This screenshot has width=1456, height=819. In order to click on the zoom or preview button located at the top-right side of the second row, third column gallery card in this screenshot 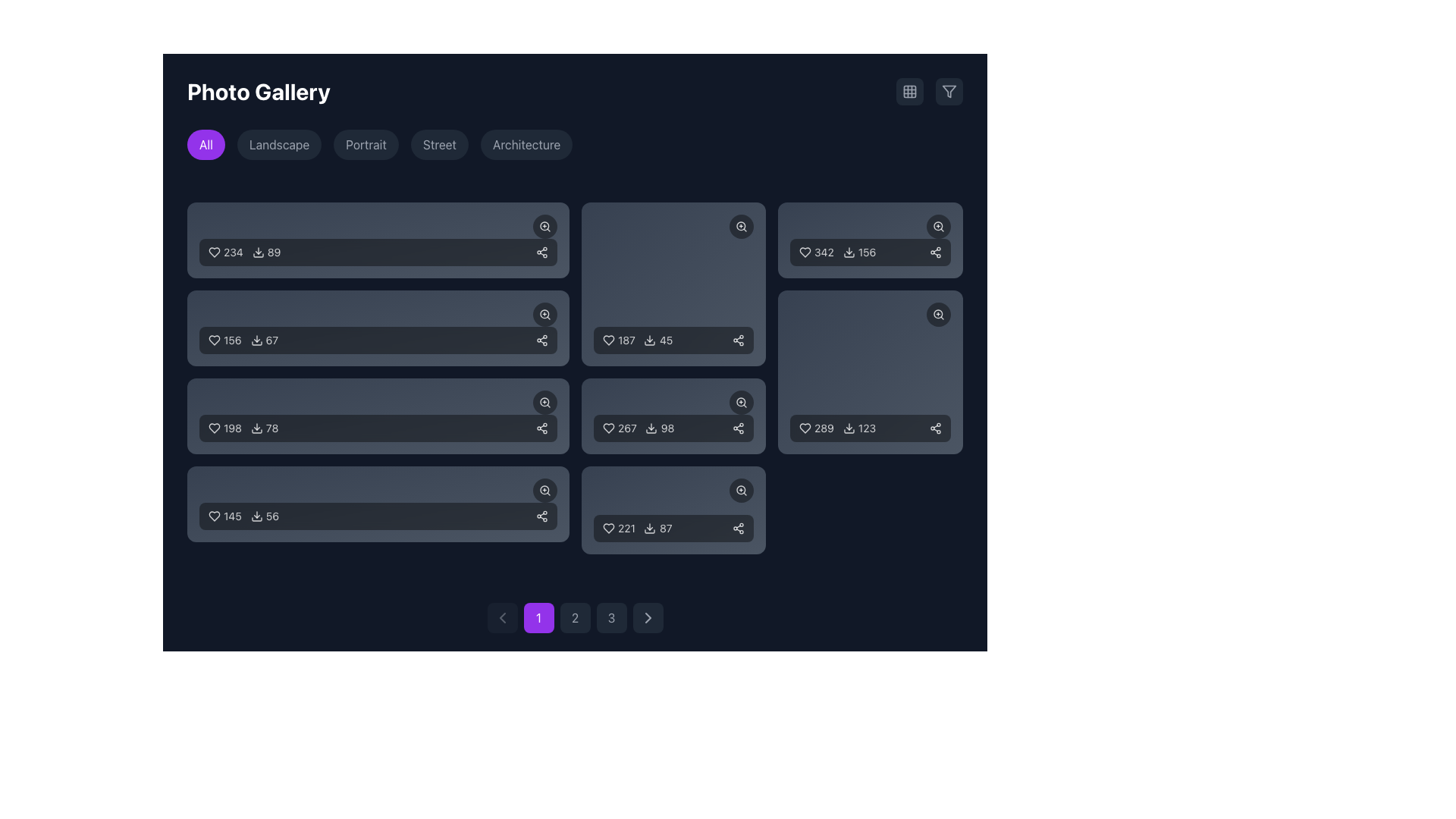, I will do `click(871, 314)`.